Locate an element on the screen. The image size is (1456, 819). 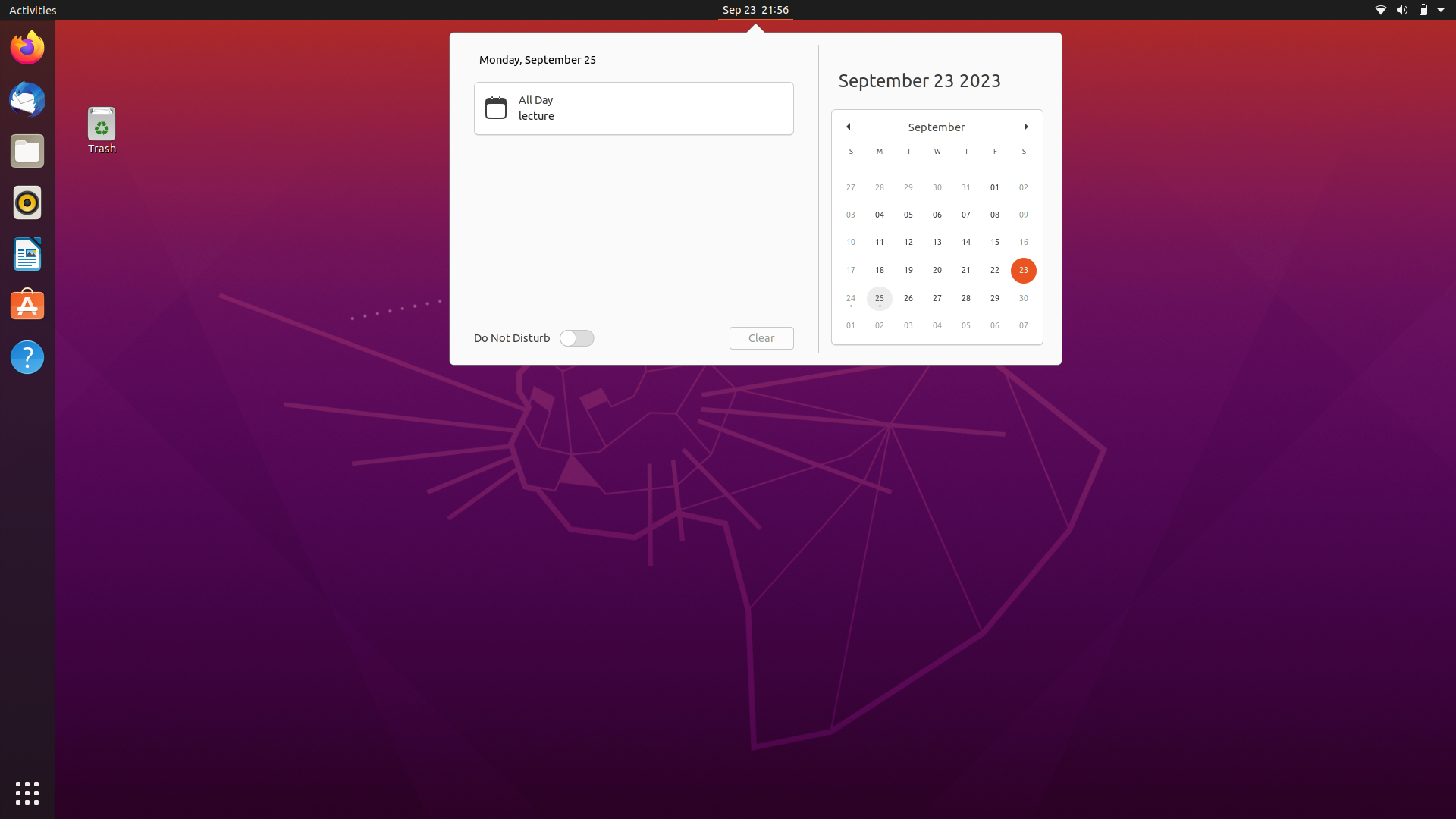
View next month"s events is located at coordinates (1026, 124).